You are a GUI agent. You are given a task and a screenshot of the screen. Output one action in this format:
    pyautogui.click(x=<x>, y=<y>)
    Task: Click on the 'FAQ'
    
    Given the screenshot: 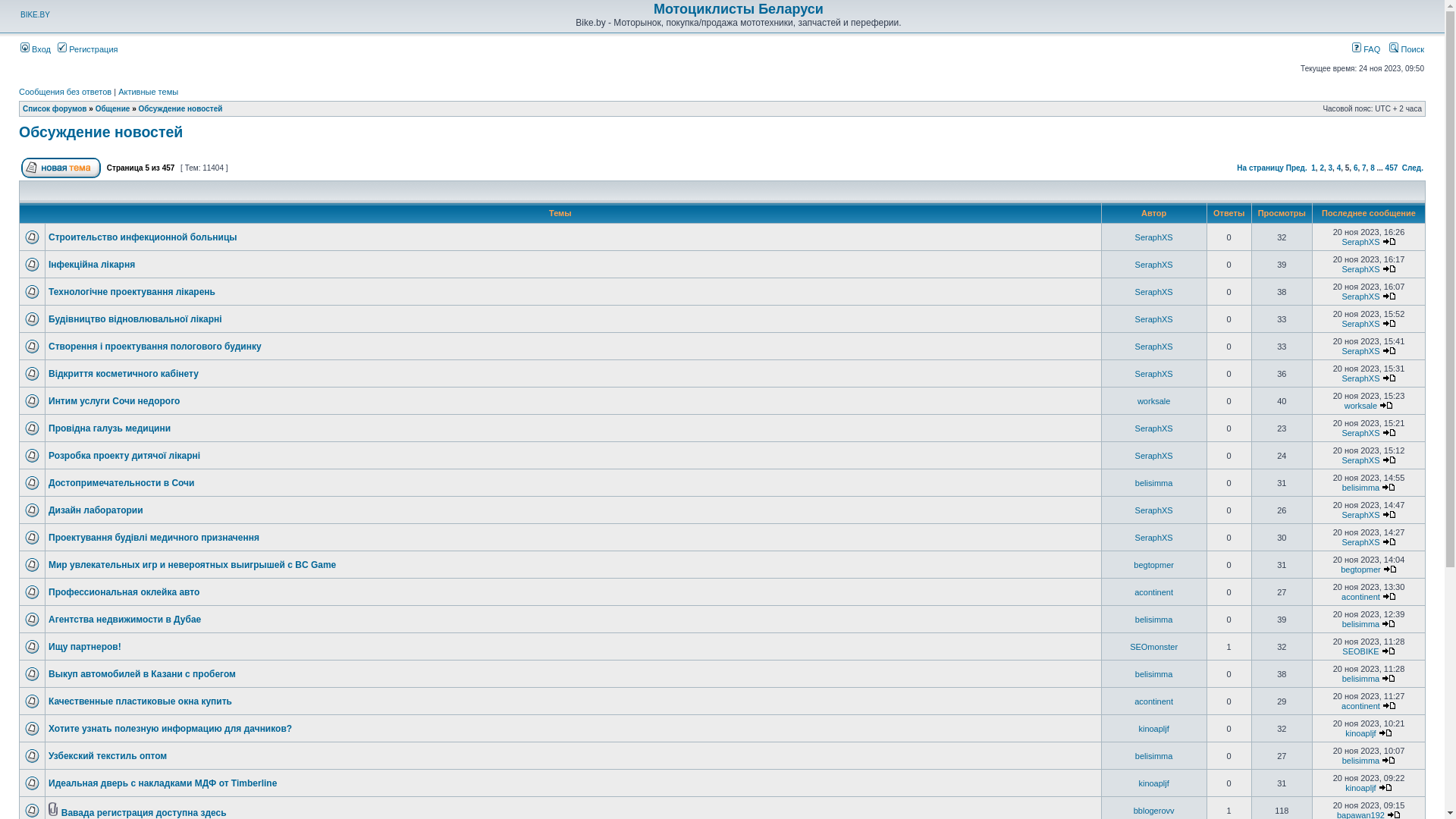 What is the action you would take?
    pyautogui.click(x=1366, y=49)
    